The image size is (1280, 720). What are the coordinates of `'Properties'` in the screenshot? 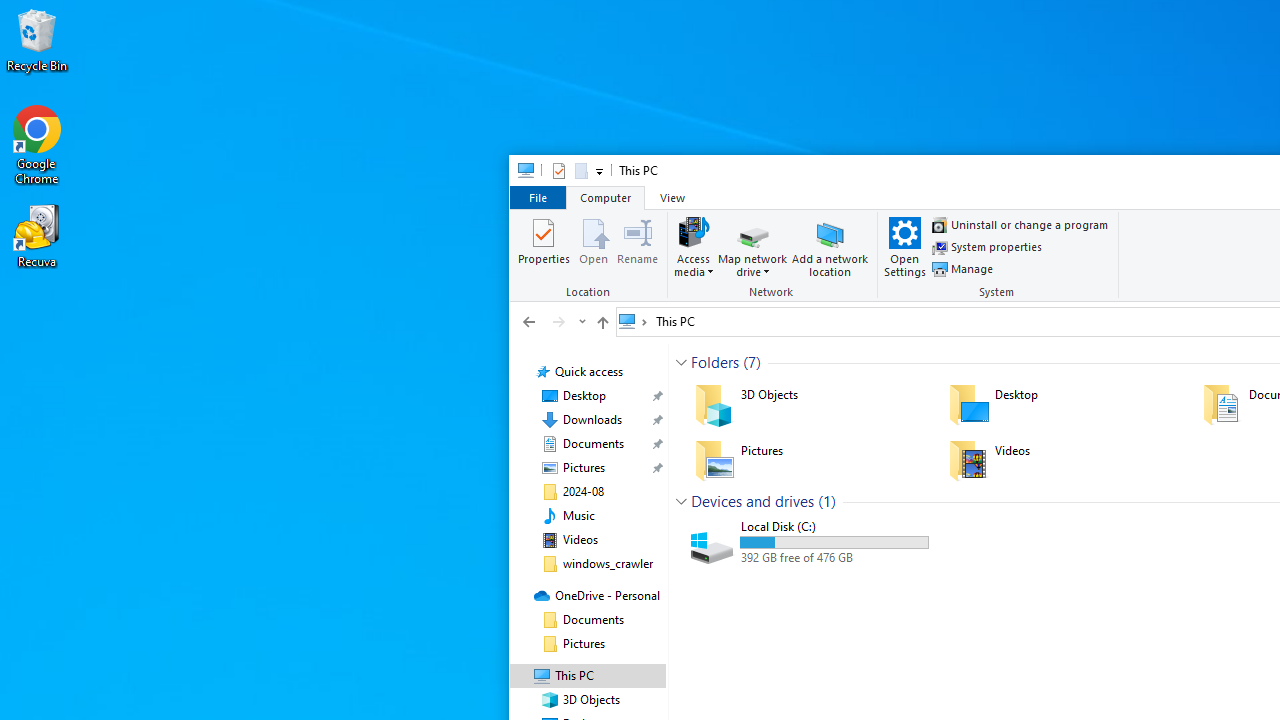 It's located at (544, 245).